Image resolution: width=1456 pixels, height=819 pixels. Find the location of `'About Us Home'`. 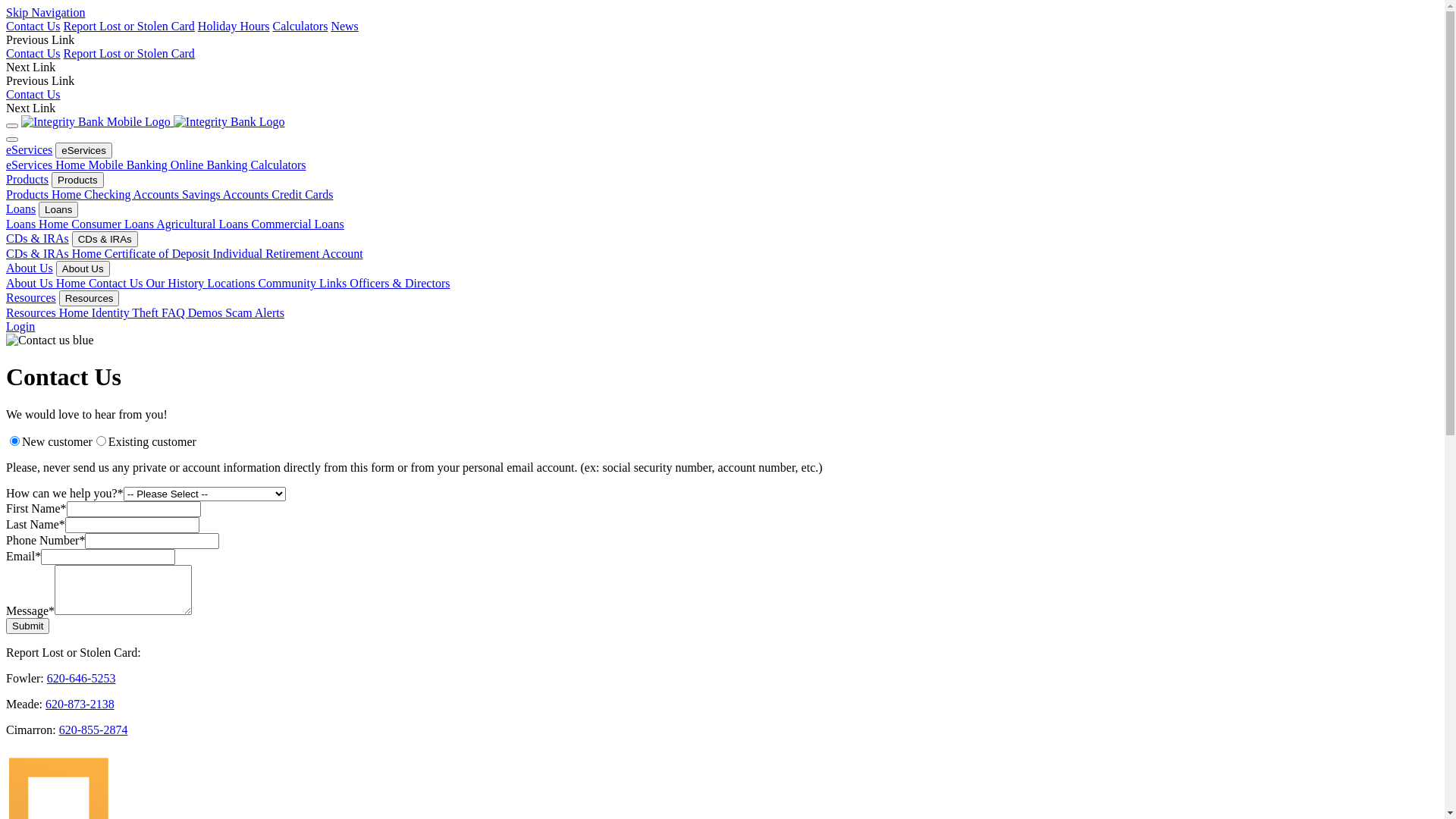

'About Us Home' is located at coordinates (47, 283).